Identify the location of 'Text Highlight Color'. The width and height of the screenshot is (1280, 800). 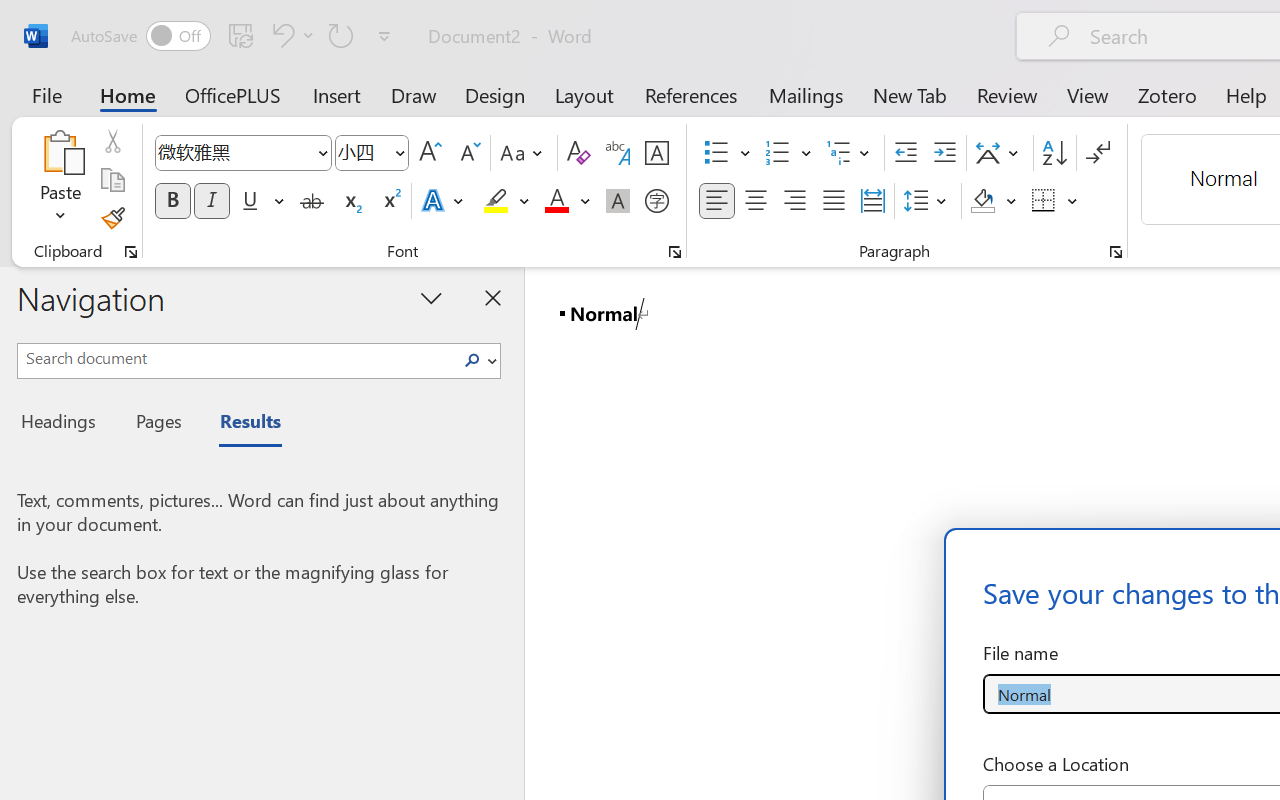
(506, 201).